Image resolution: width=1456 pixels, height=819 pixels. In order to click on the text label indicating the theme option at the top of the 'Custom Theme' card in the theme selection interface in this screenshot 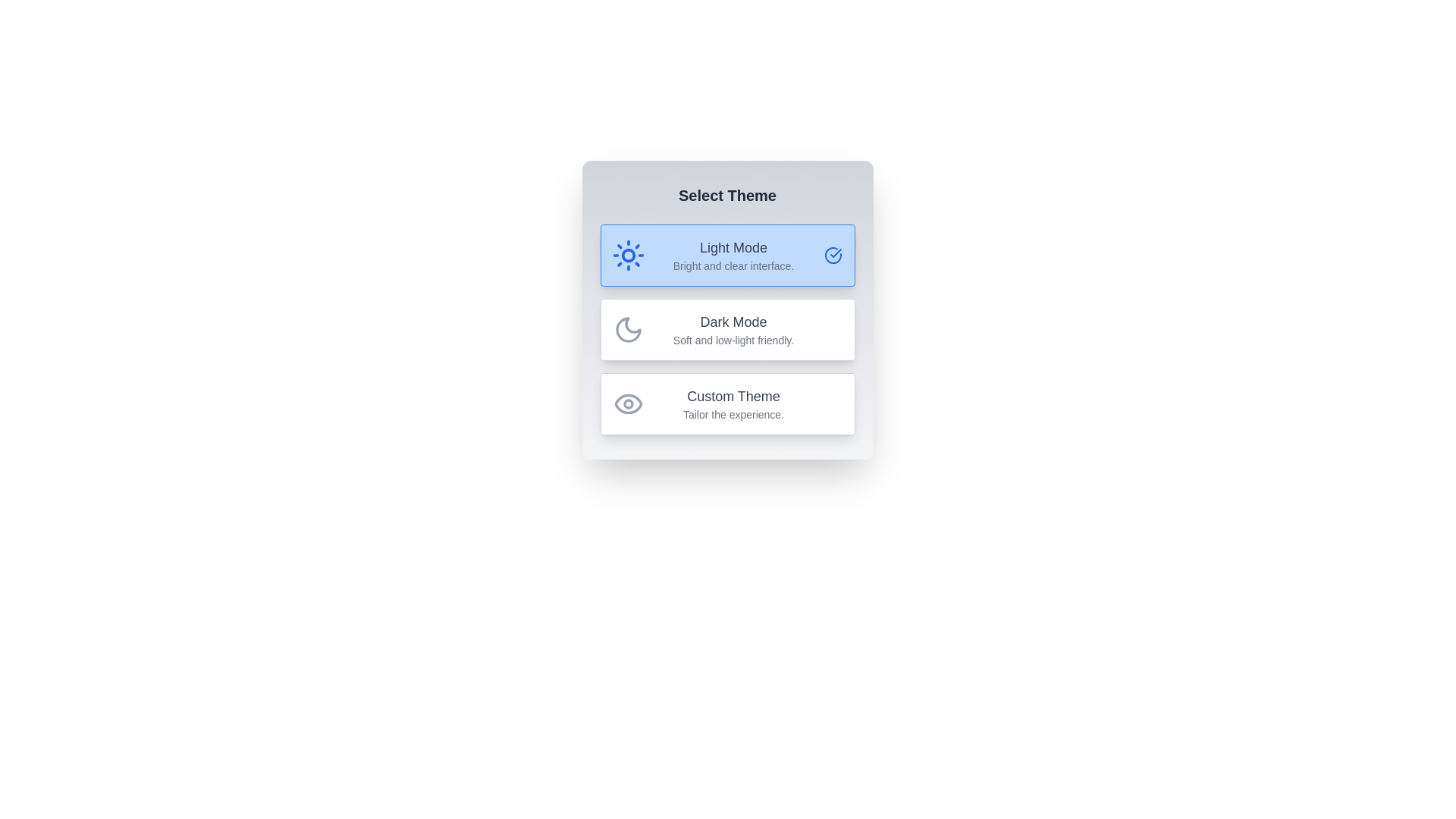, I will do `click(733, 396)`.